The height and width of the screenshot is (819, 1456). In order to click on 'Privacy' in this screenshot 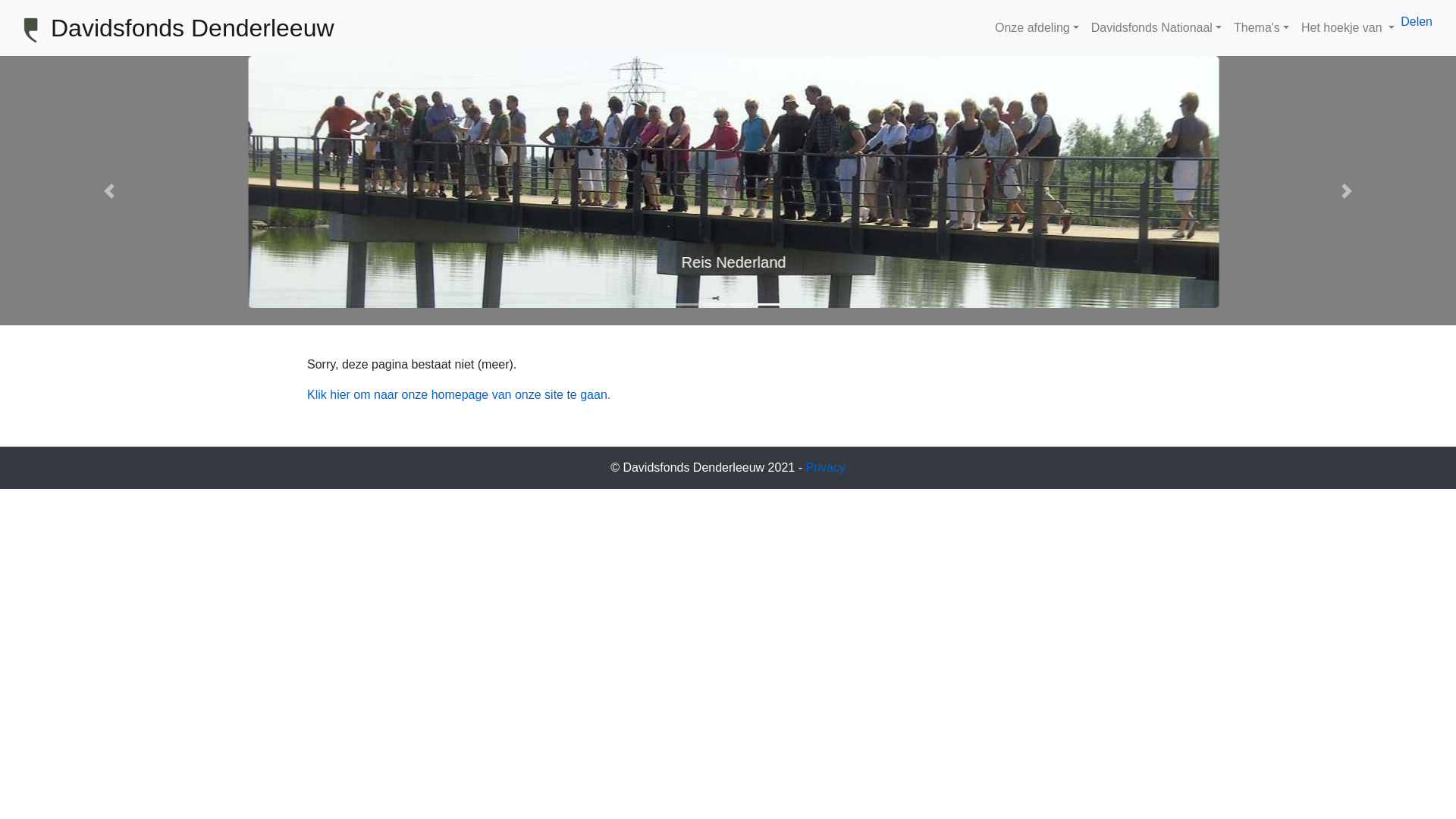, I will do `click(824, 466)`.